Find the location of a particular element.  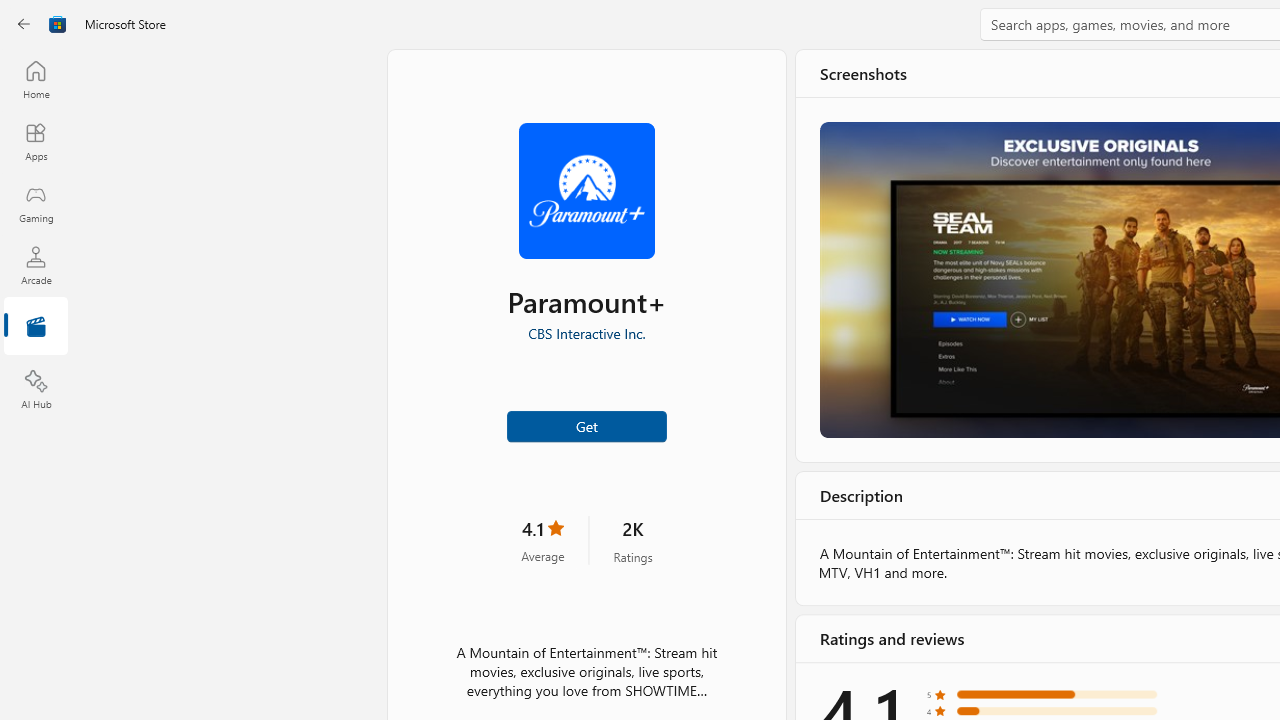

'Back' is located at coordinates (24, 24).